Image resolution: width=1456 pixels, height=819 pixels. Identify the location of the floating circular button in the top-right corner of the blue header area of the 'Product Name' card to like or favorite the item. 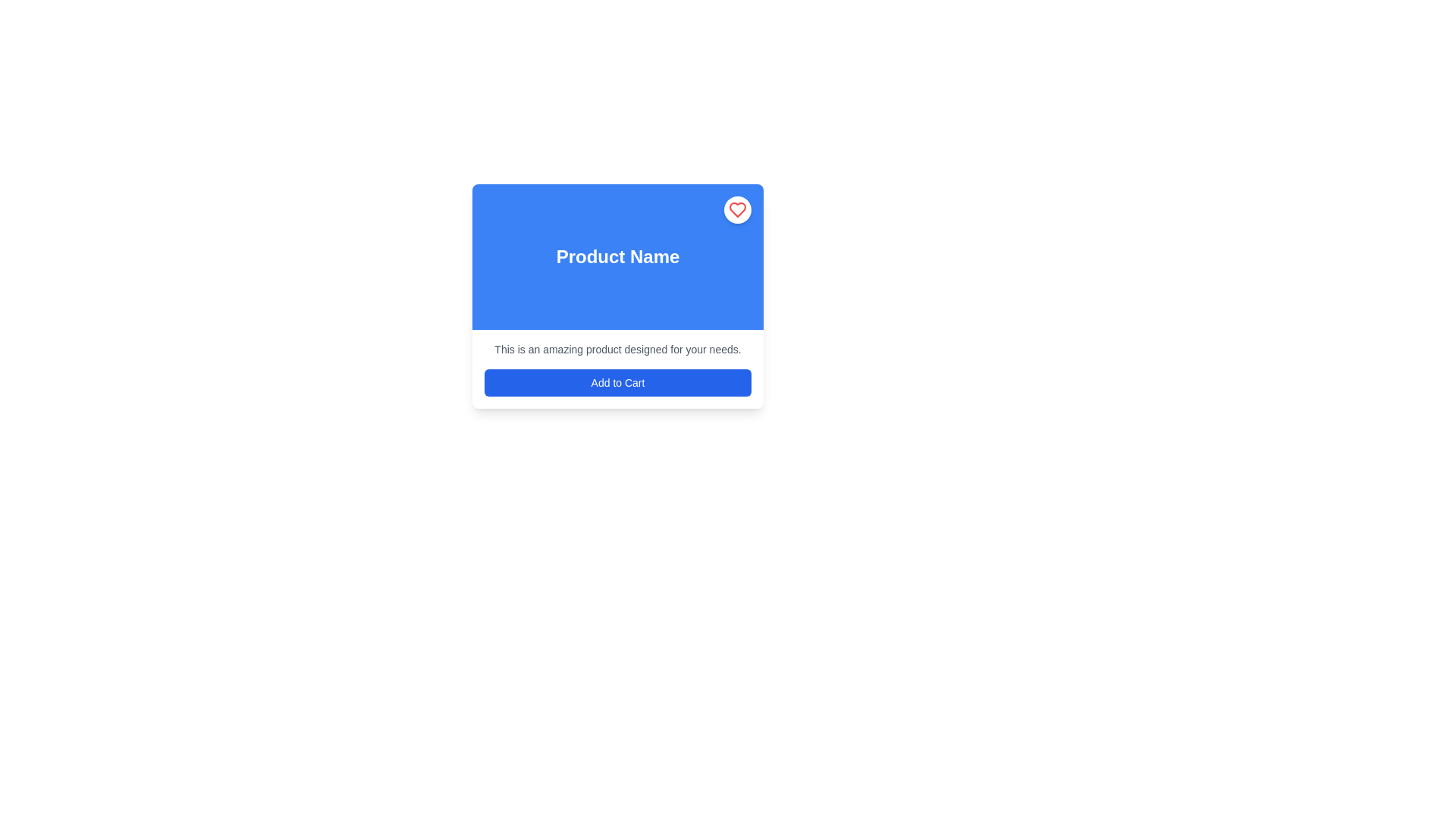
(738, 210).